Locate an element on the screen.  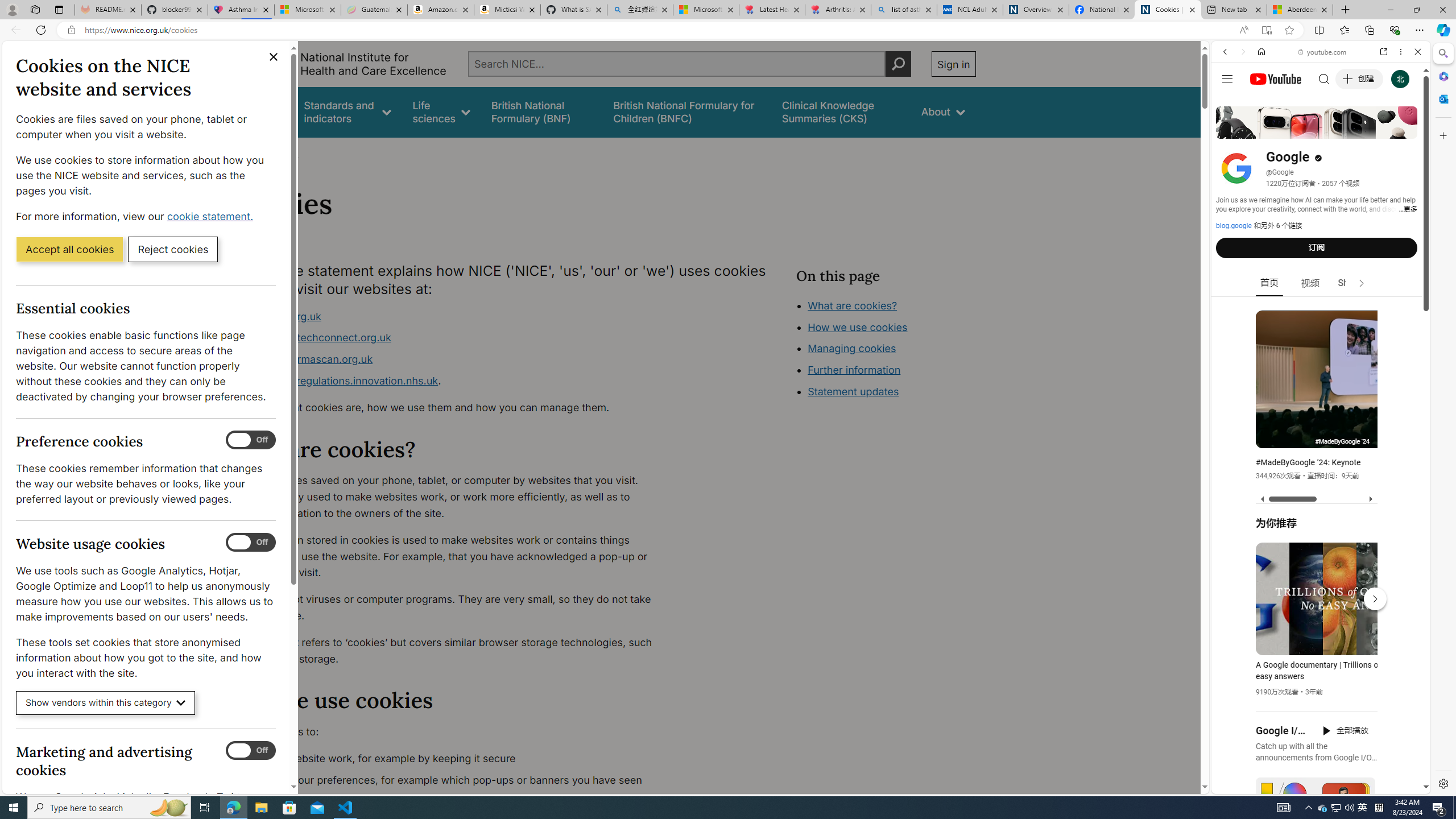
'NCL Adult Asthma Inhaler Choice Guideline' is located at coordinates (969, 9).